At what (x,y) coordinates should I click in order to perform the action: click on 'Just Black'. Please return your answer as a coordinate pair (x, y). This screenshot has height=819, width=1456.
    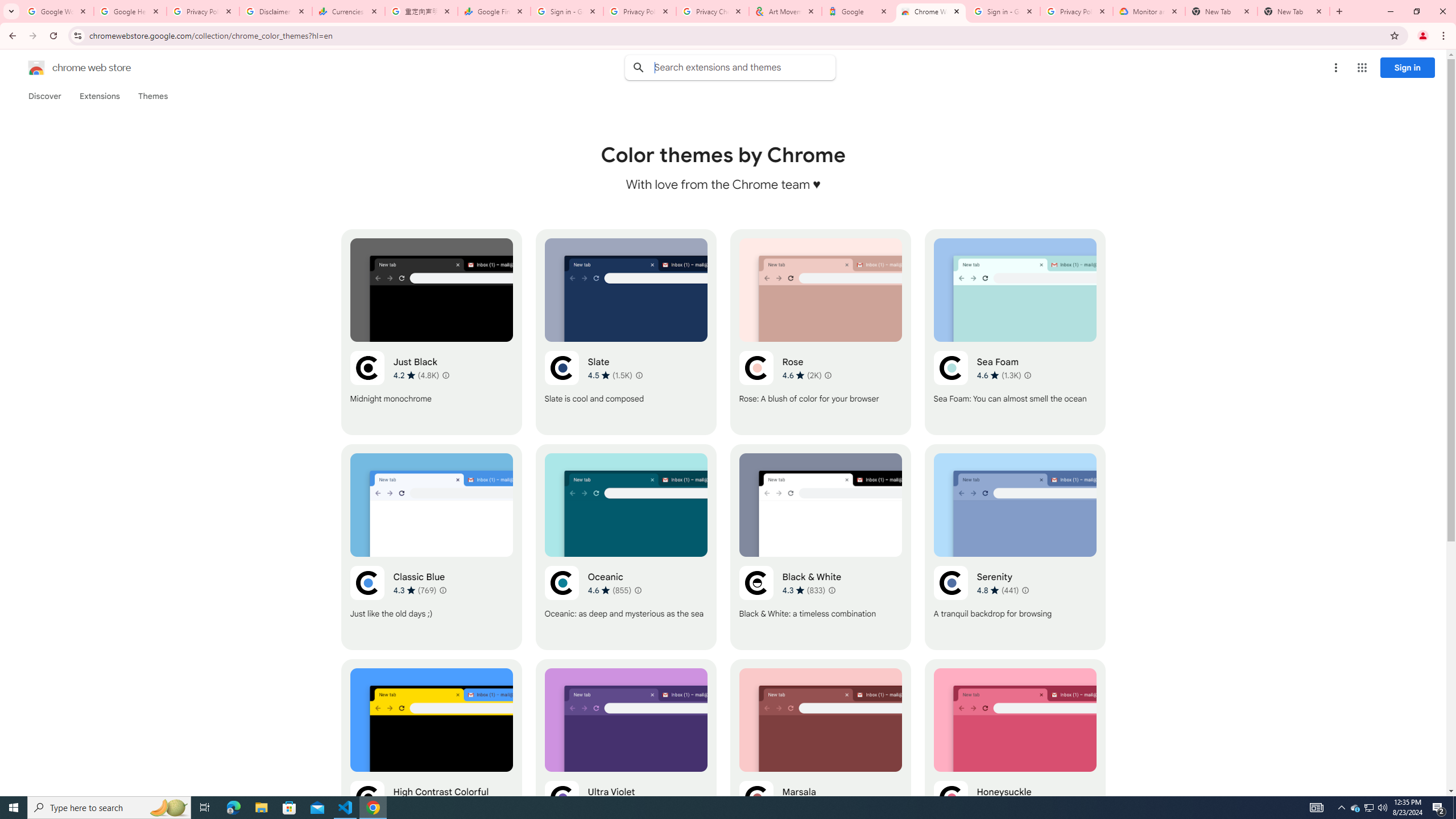
    Looking at the image, I should click on (431, 331).